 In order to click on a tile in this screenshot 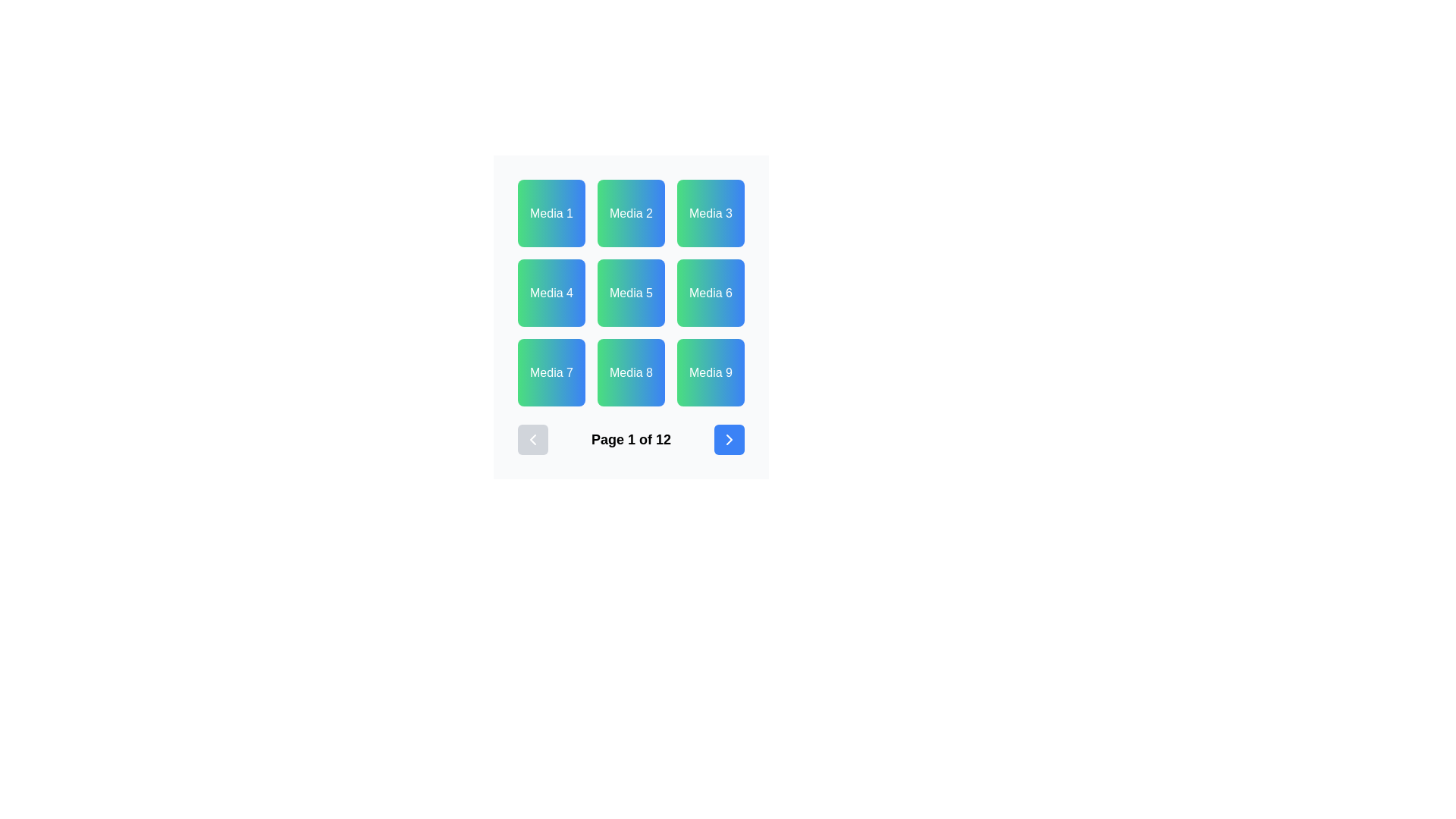, I will do `click(631, 293)`.